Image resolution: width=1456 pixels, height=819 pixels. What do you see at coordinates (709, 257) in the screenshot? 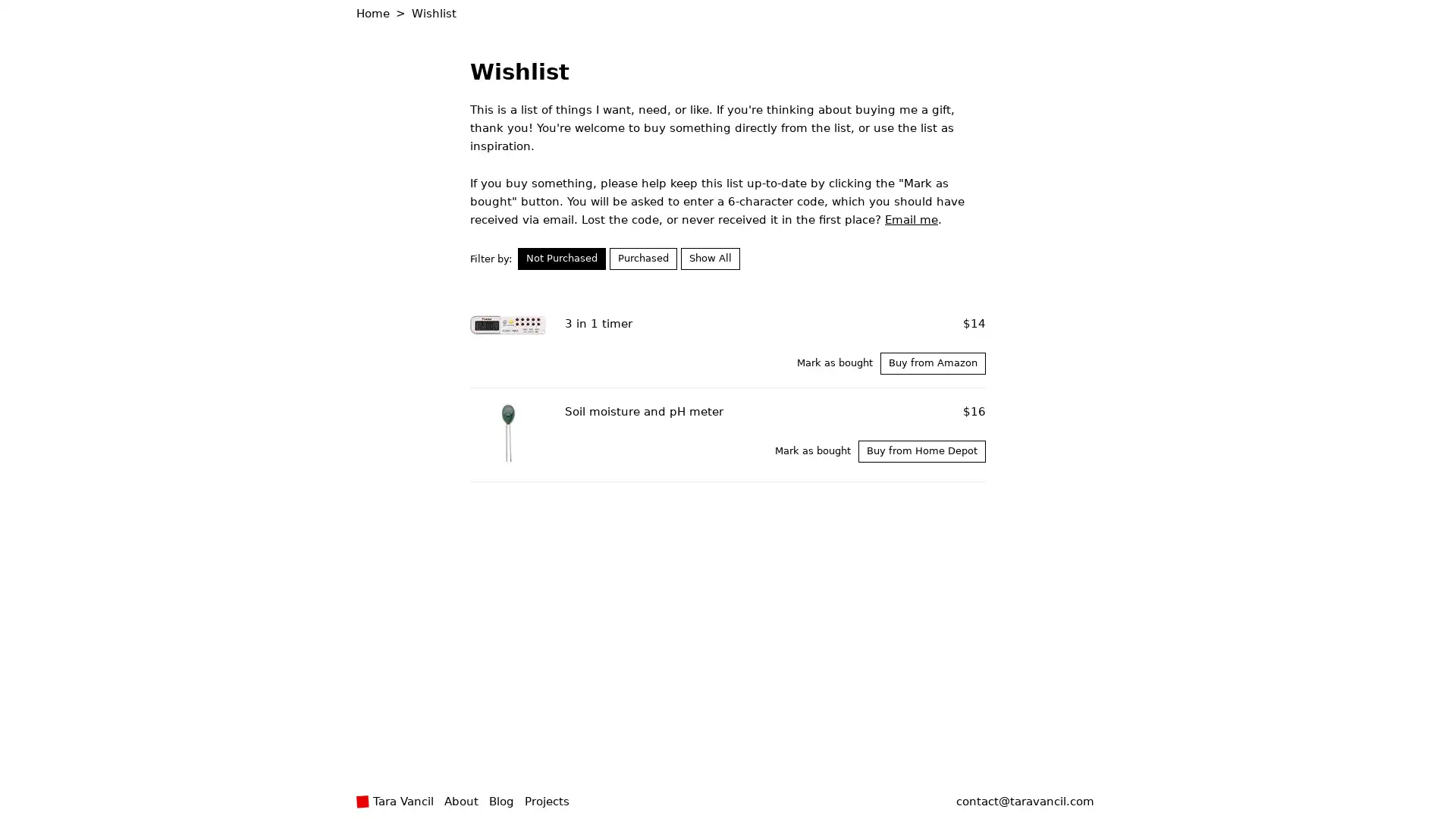
I see `Show All` at bounding box center [709, 257].